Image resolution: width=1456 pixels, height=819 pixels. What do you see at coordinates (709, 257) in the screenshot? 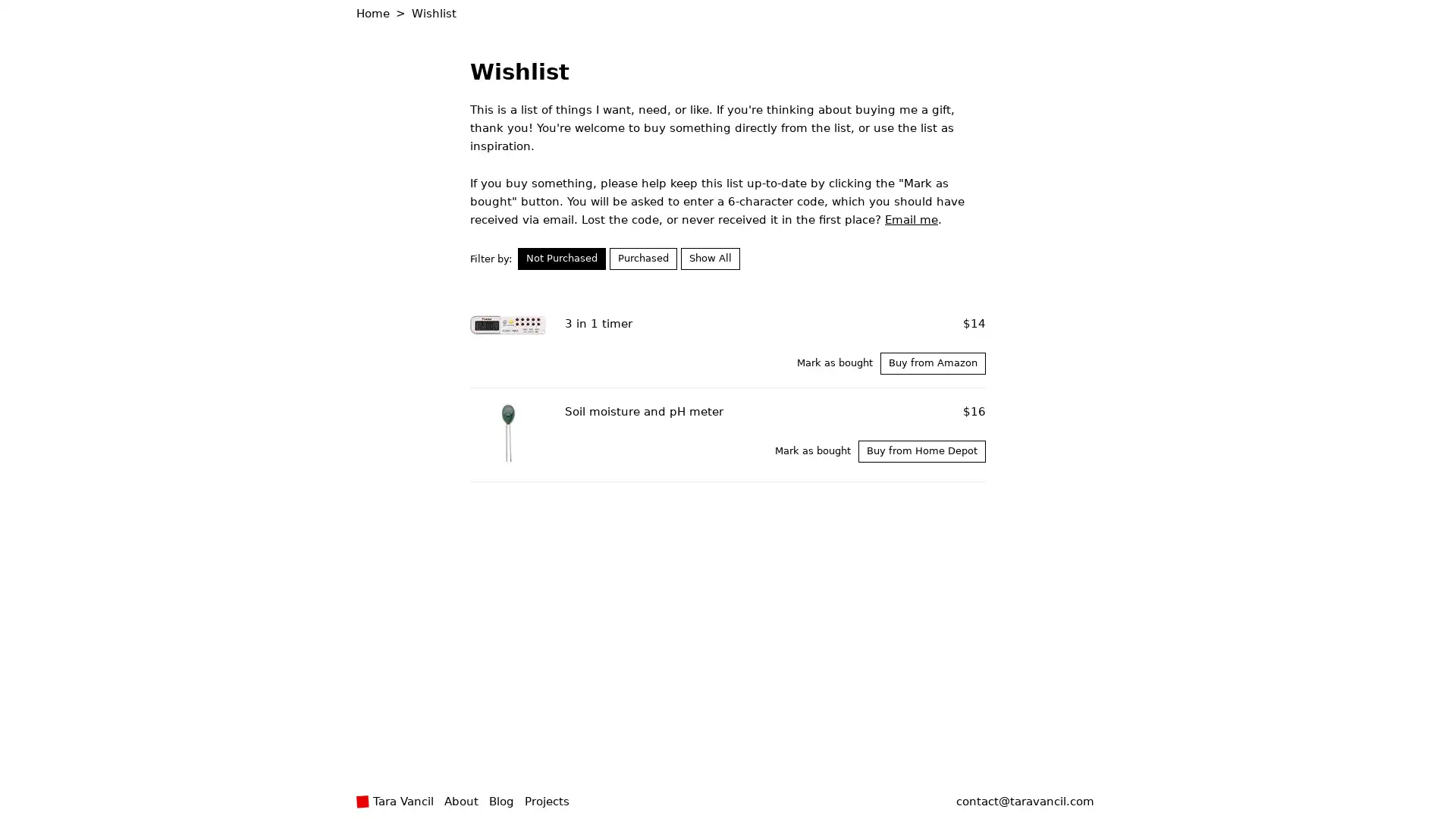
I see `Show All` at bounding box center [709, 257].